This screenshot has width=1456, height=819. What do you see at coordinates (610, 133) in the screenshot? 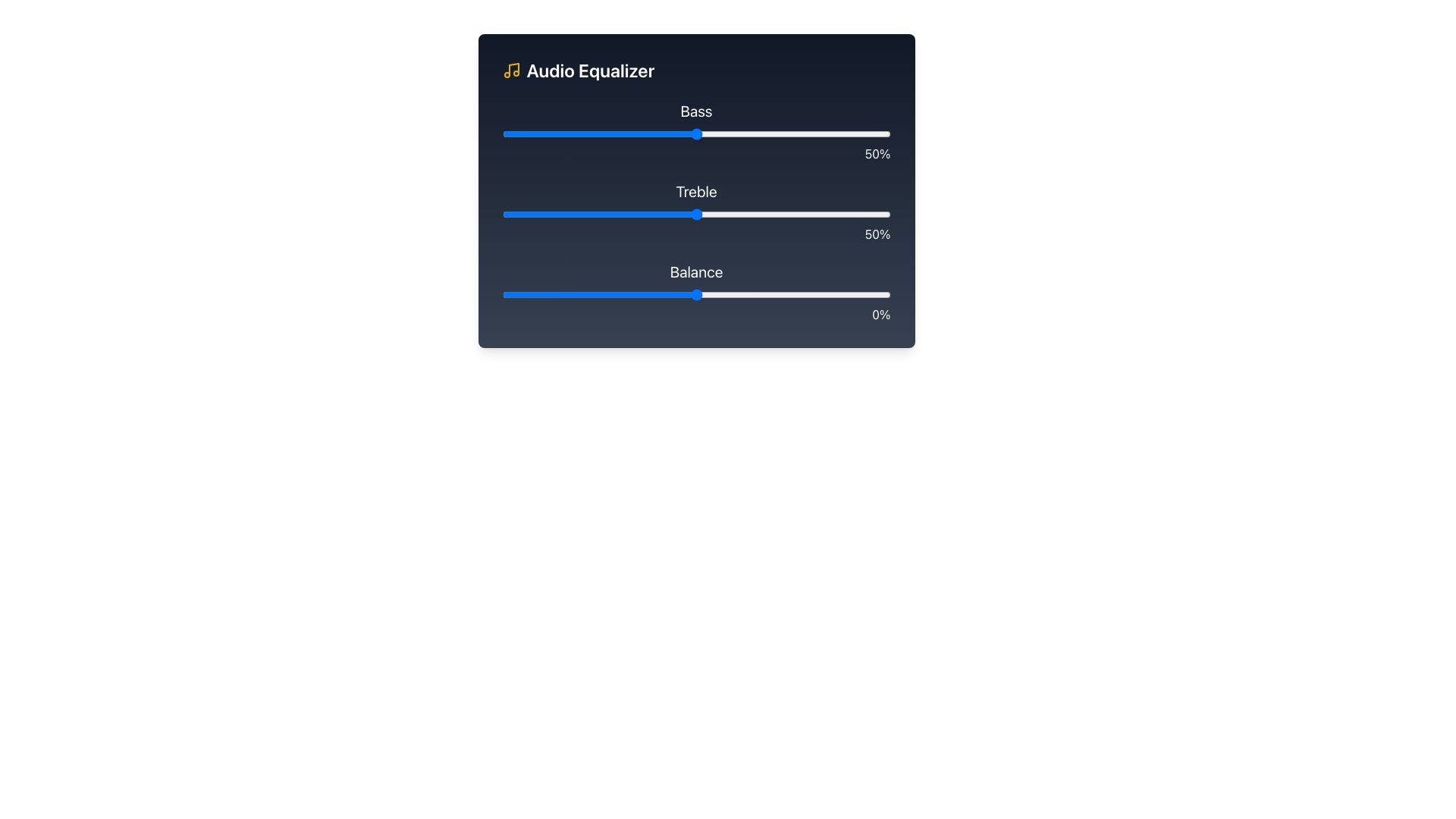
I see `the Bass level` at bounding box center [610, 133].